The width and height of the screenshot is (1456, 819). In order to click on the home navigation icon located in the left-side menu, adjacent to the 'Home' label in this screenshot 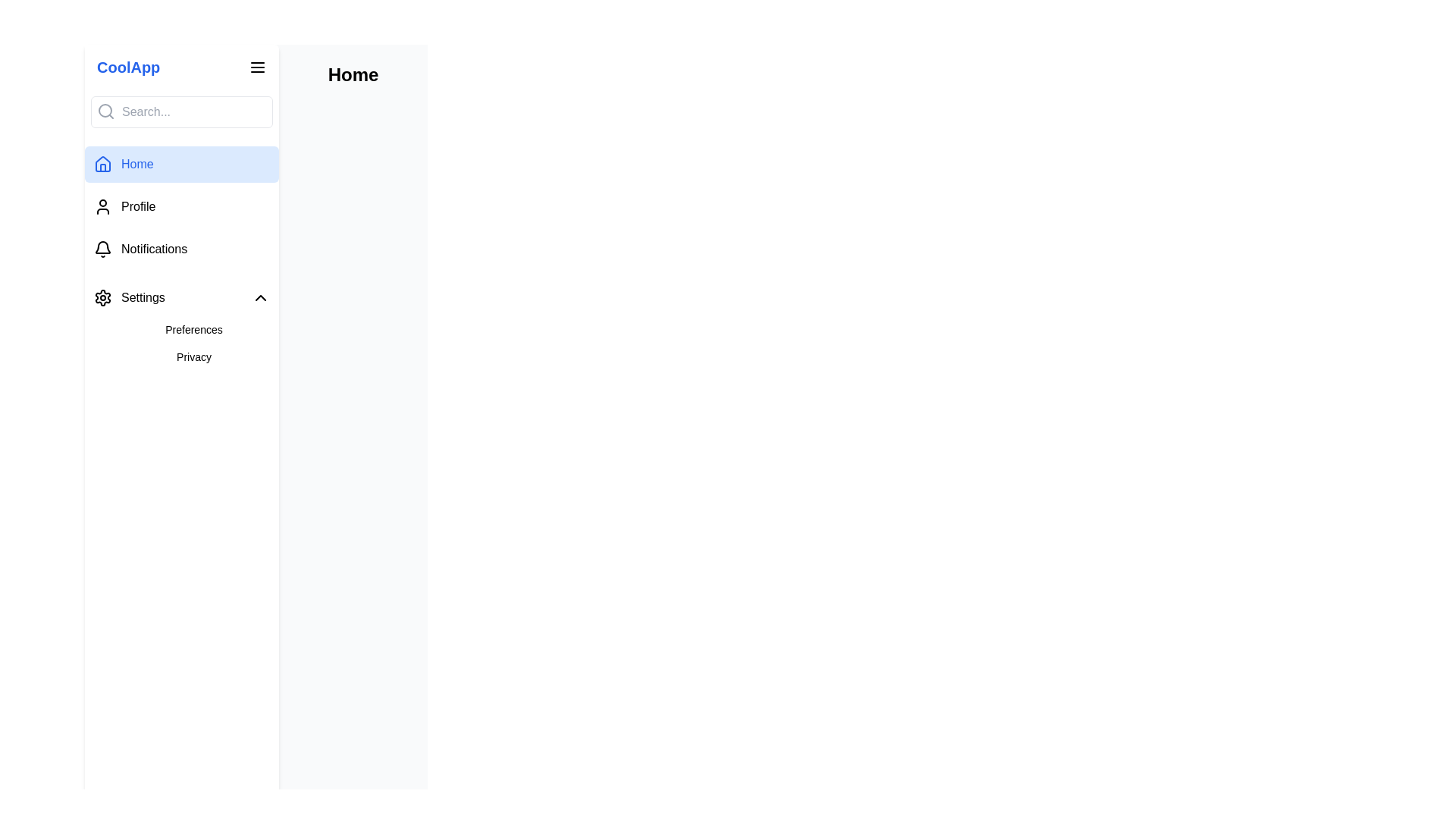, I will do `click(102, 164)`.